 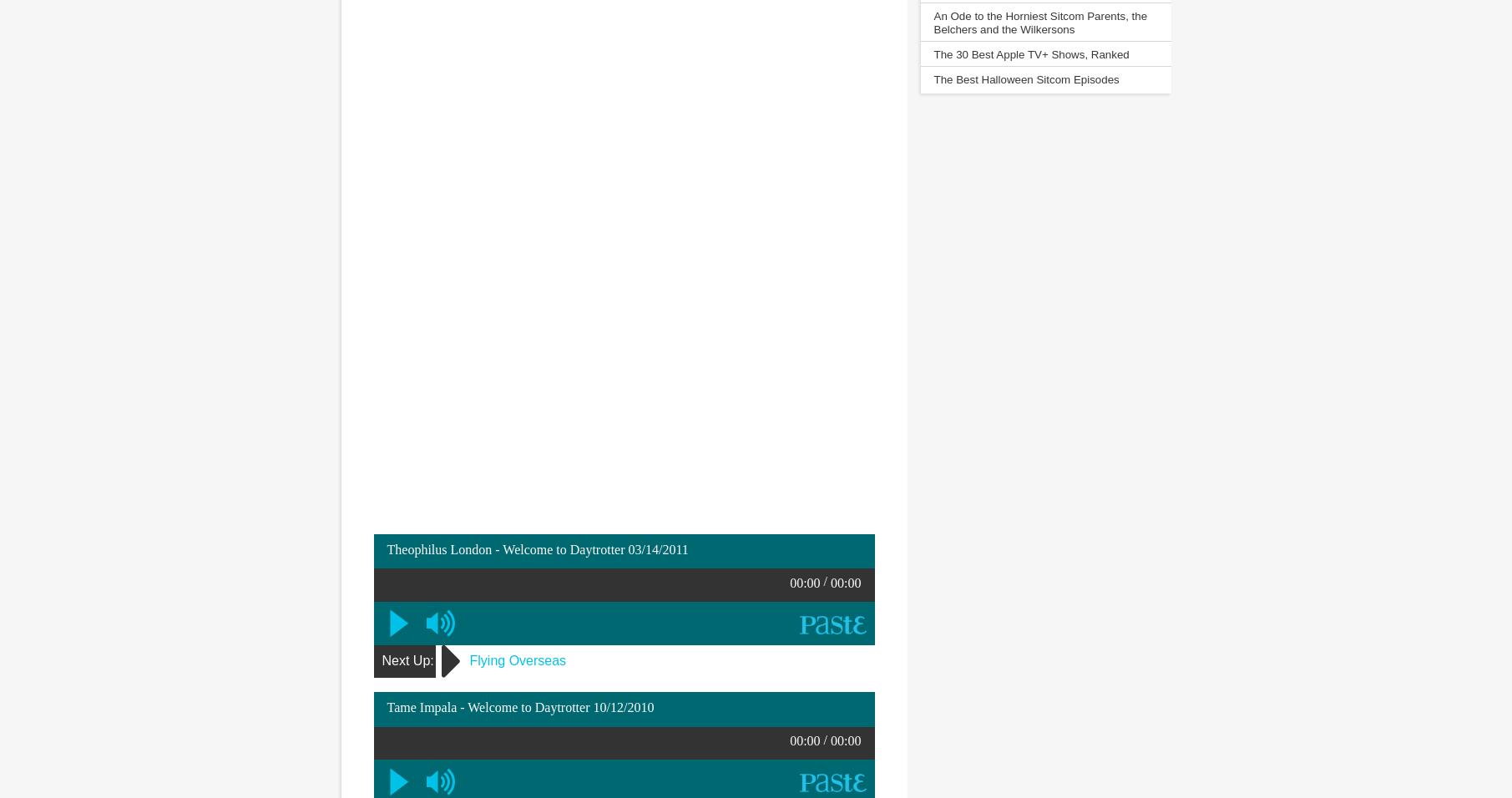 I want to click on 'Tame Impala - Welcome to Daytrotter', so click(x=488, y=707).